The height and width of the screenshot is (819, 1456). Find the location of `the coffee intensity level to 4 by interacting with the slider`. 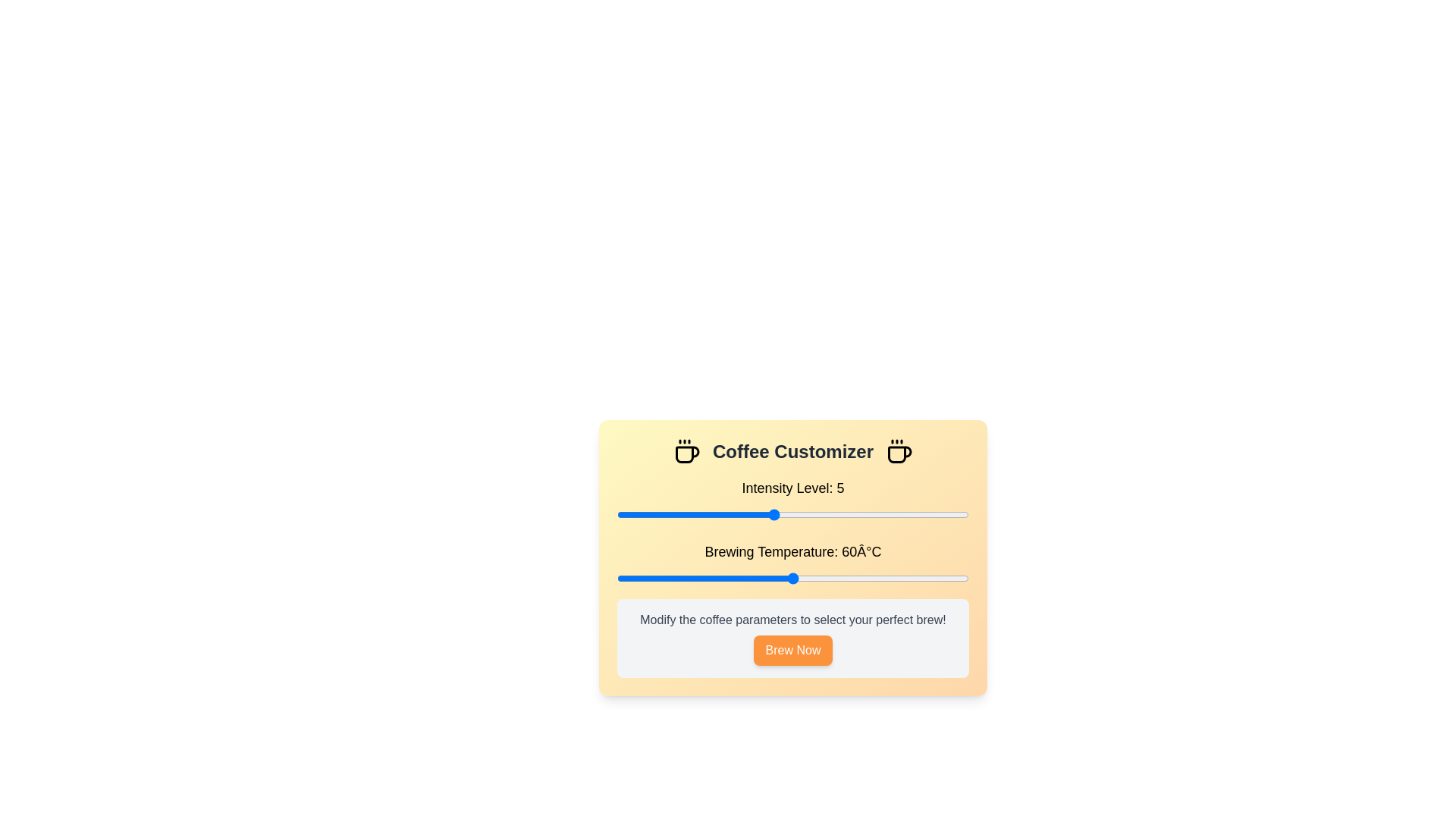

the coffee intensity level to 4 by interacting with the slider is located at coordinates (734, 513).